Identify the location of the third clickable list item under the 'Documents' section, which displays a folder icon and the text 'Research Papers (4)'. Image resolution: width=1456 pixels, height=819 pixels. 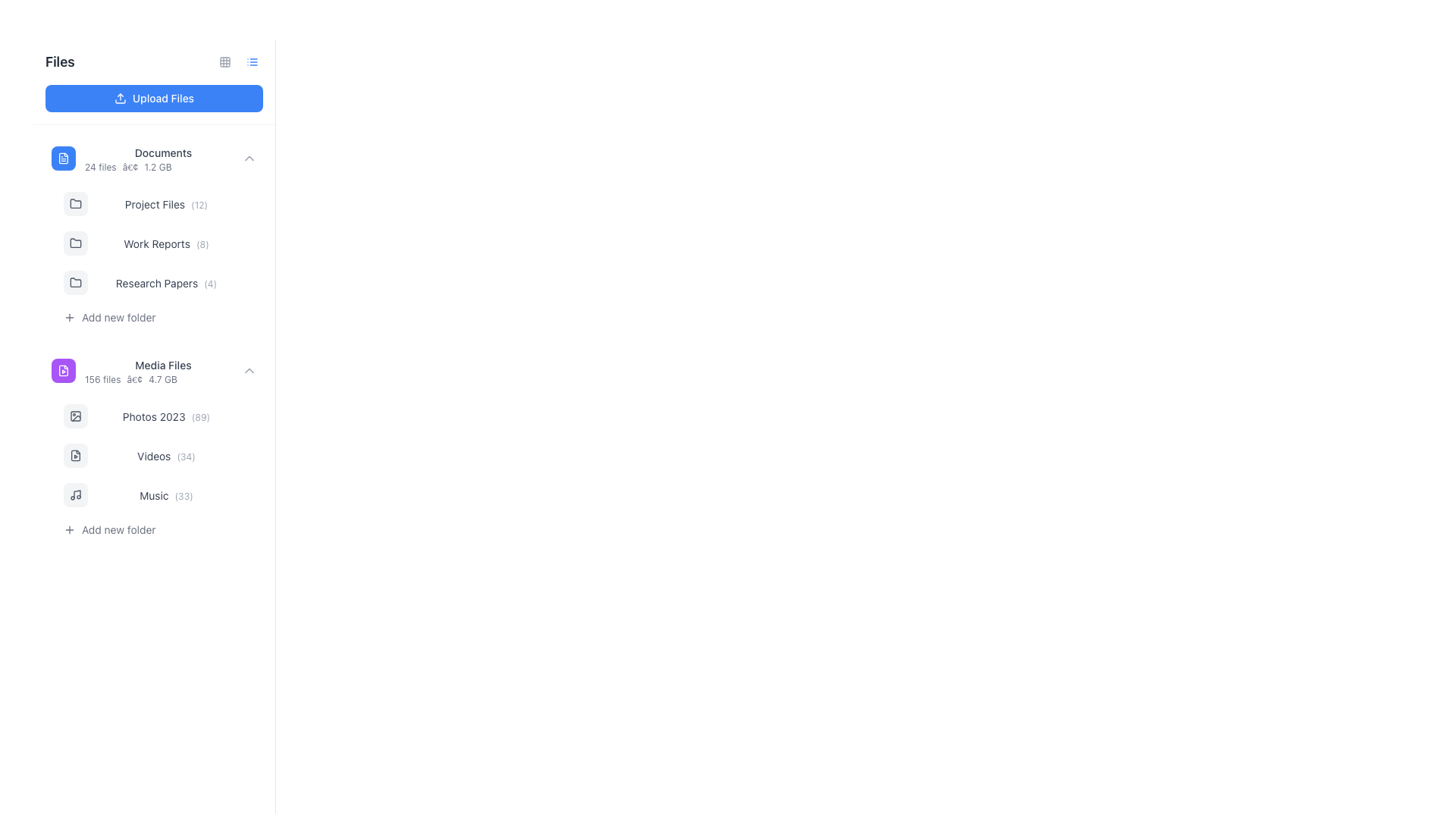
(160, 283).